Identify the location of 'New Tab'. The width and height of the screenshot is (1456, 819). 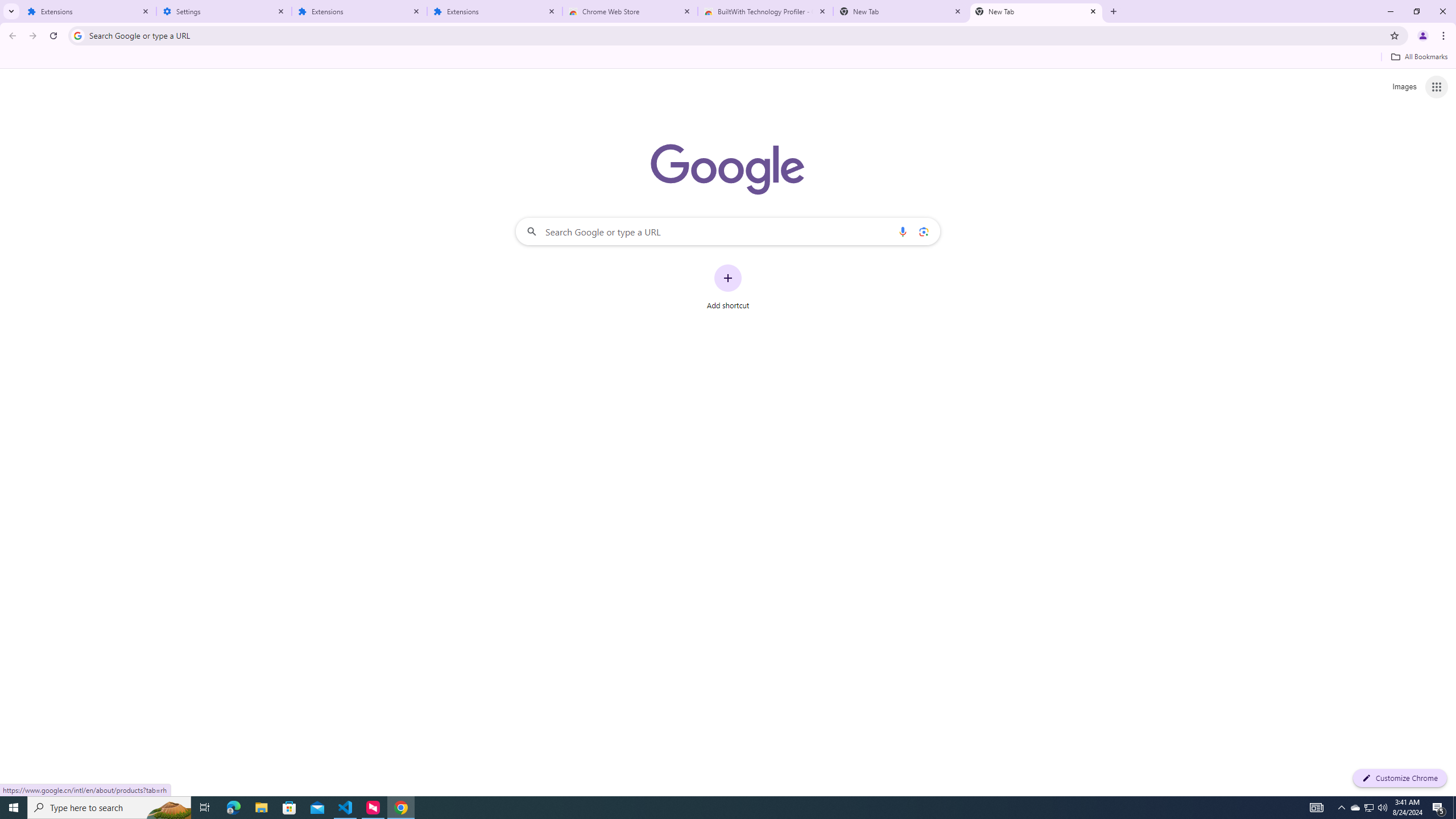
(1036, 11).